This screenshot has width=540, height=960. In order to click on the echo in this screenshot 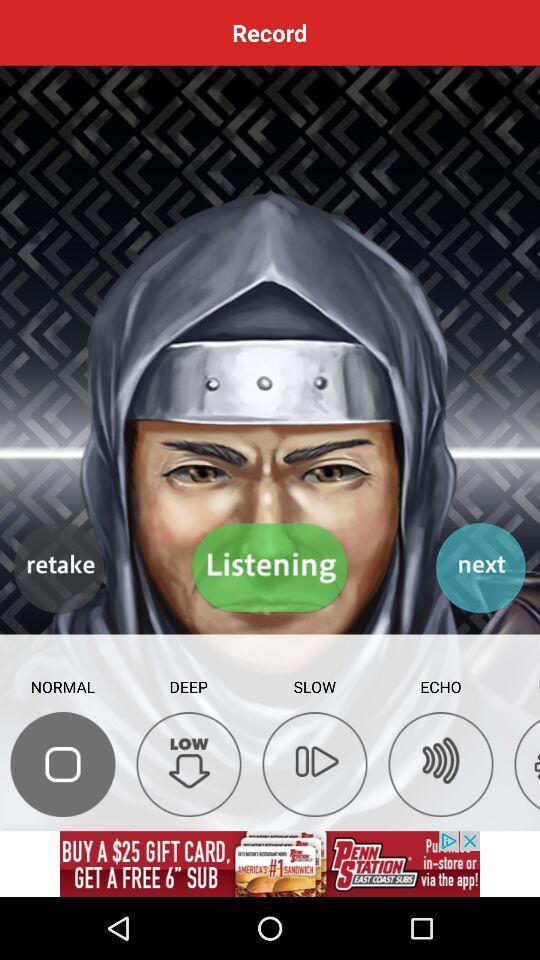, I will do `click(441, 763)`.